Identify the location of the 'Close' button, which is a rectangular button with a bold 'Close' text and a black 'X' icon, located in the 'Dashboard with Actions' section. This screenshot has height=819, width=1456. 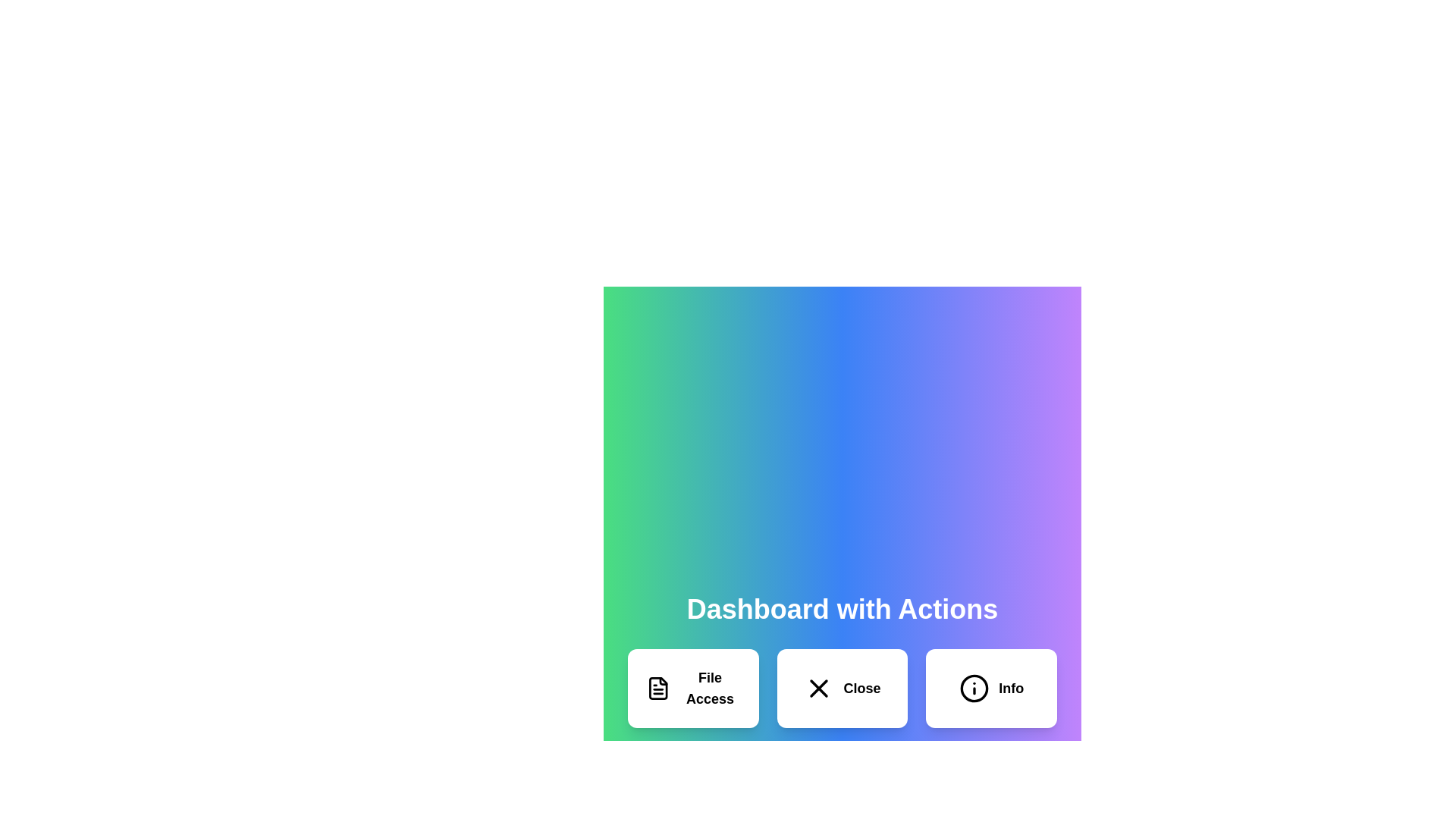
(841, 688).